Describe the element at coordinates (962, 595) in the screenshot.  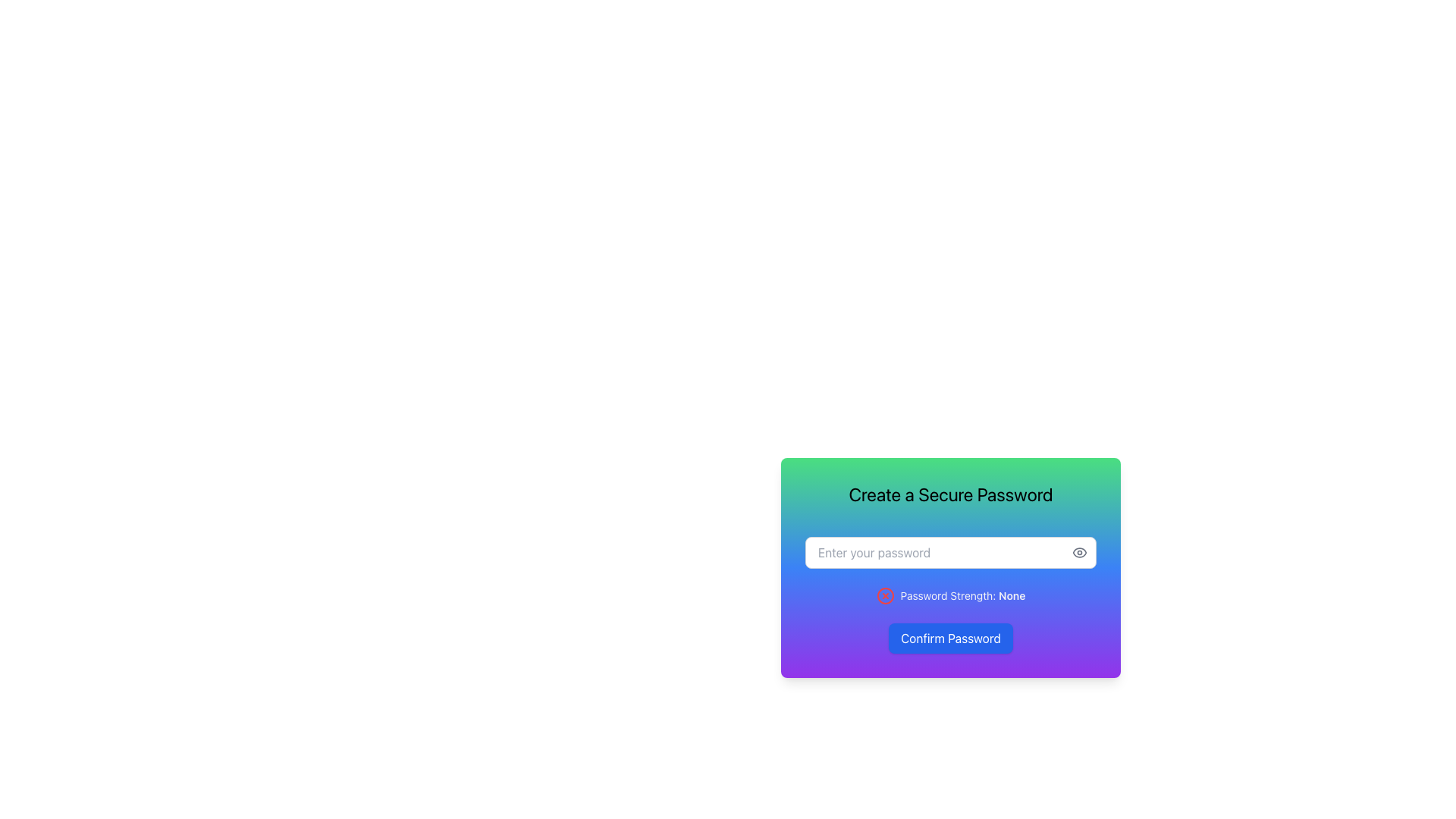
I see `the label displaying 'Password Strength: None', which is styled with a smaller font size and light gray color, located below the password input field` at that location.